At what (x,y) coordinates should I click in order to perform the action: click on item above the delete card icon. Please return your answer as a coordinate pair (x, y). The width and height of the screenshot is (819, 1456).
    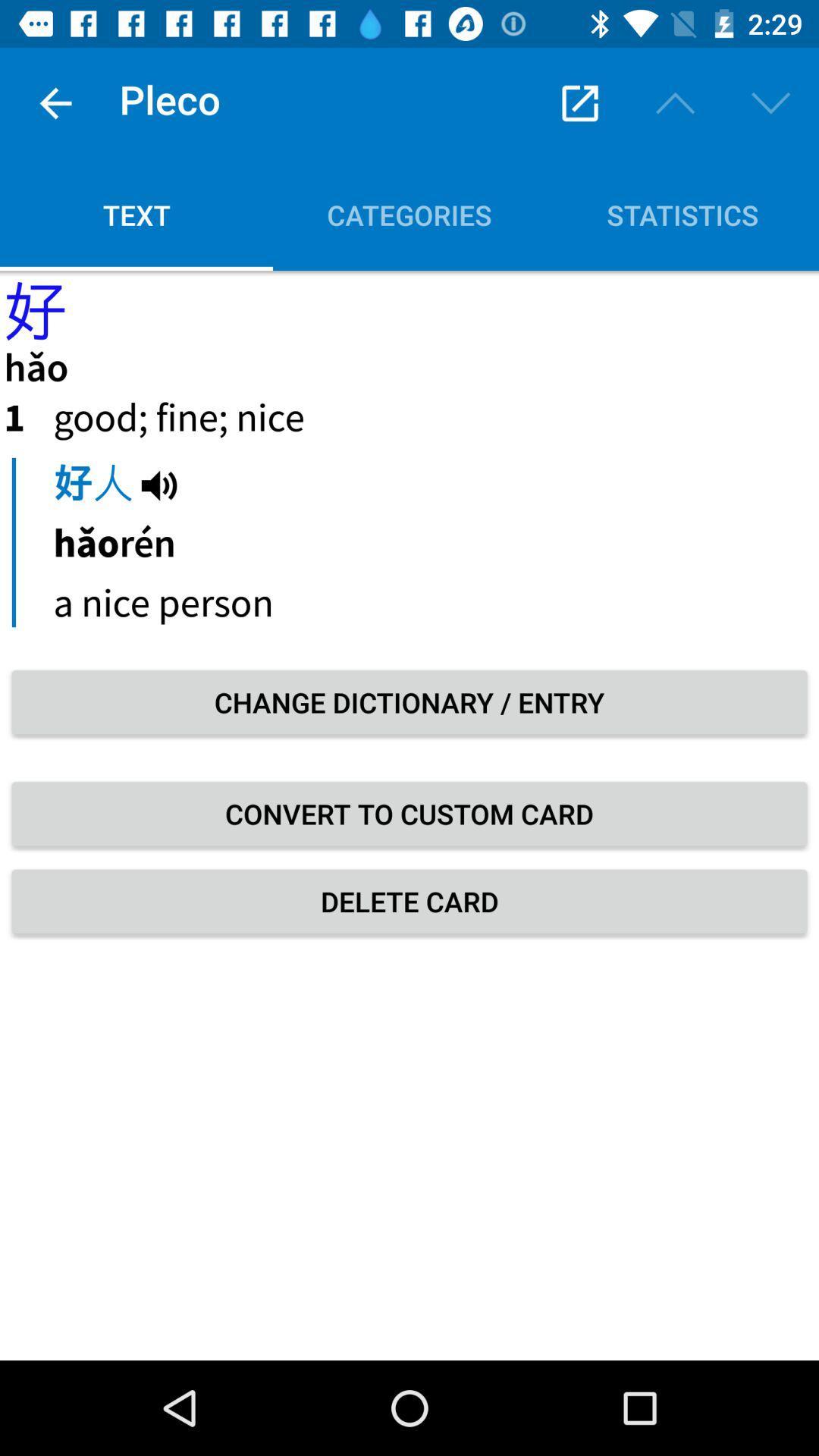
    Looking at the image, I should click on (409, 813).